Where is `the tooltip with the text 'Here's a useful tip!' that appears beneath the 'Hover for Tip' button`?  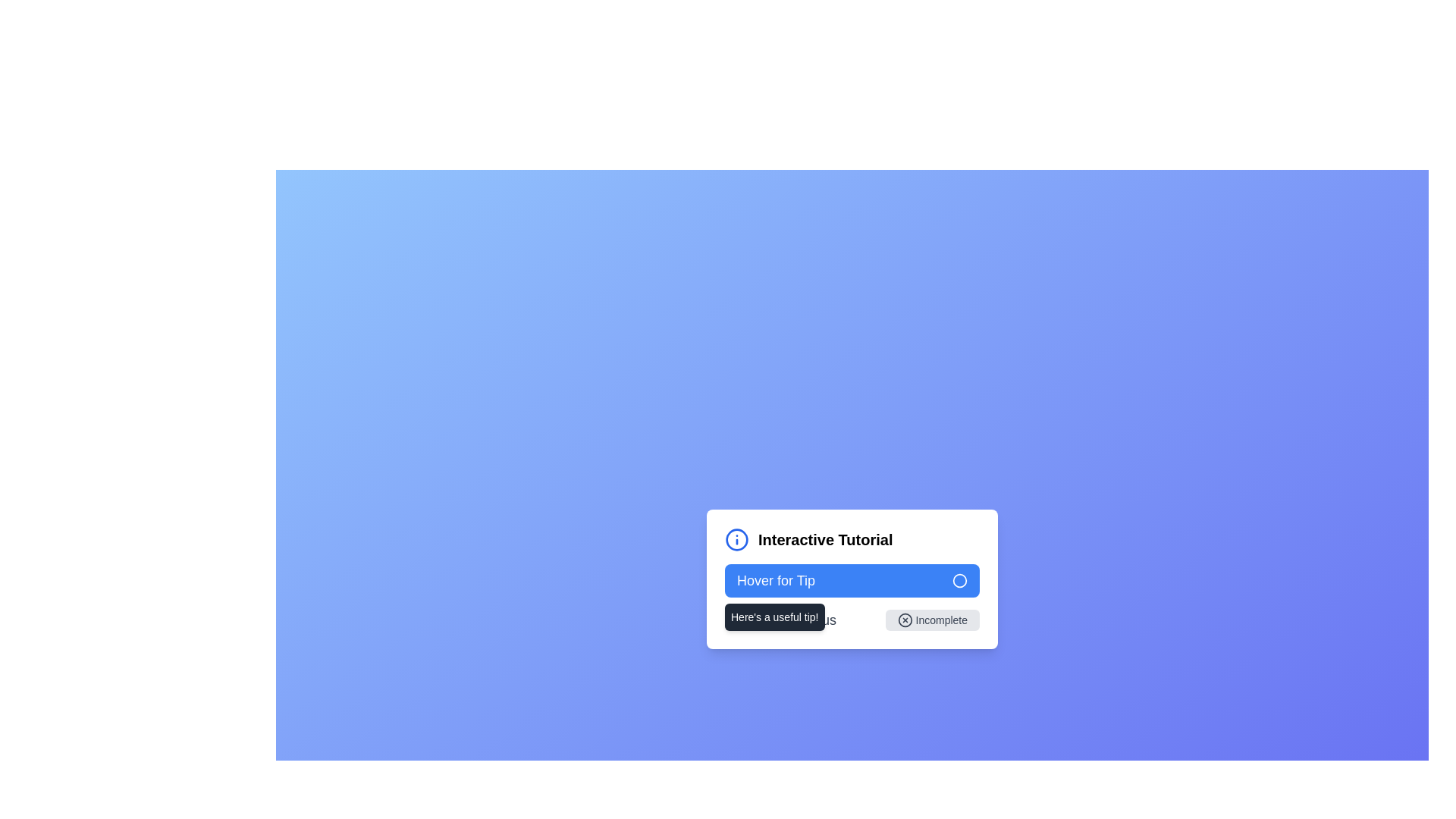
the tooltip with the text 'Here's a useful tip!' that appears beneath the 'Hover for Tip' button is located at coordinates (774, 617).